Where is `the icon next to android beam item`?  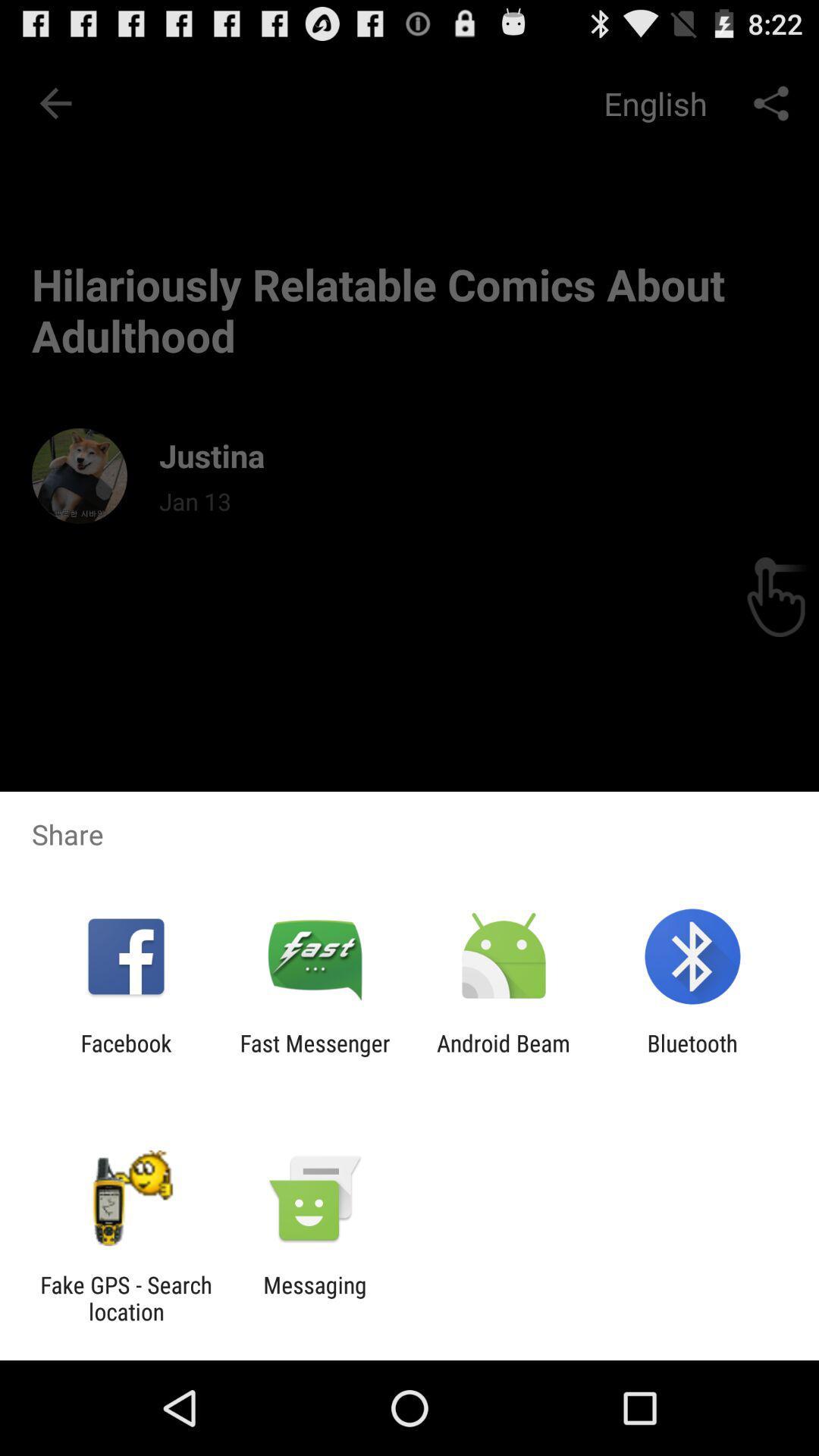 the icon next to android beam item is located at coordinates (314, 1056).